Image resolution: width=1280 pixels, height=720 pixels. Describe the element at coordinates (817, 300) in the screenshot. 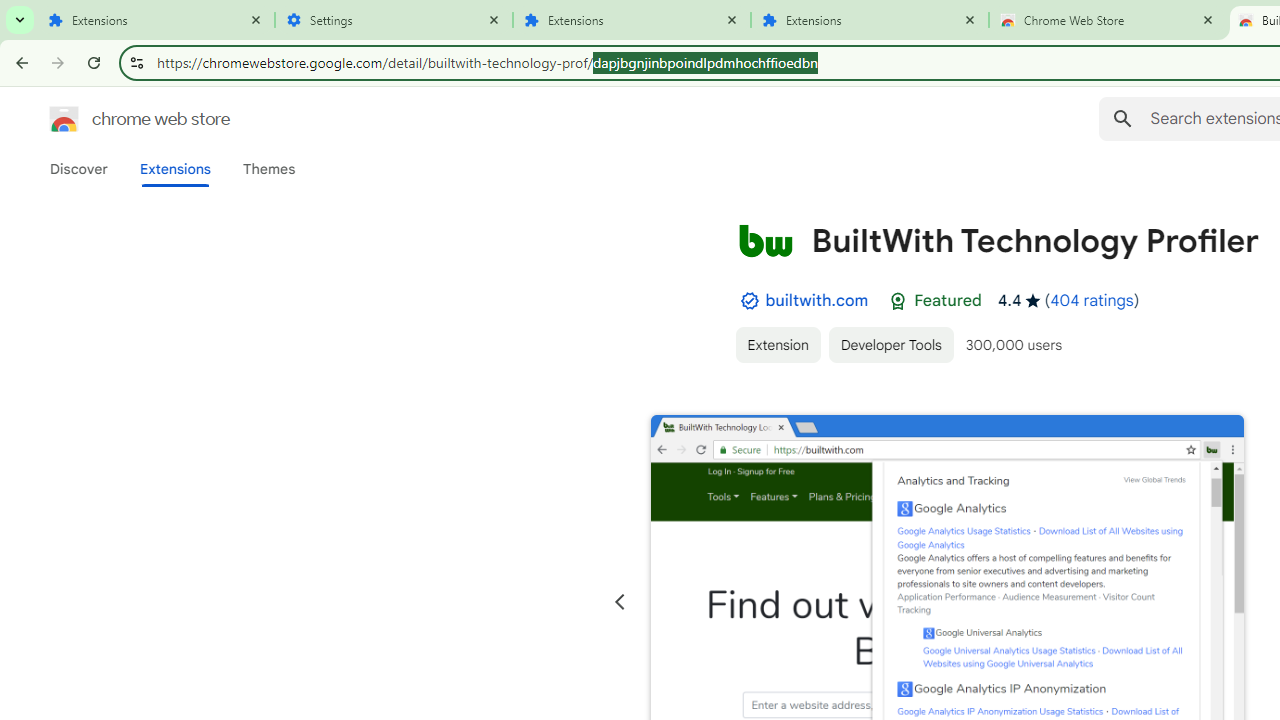

I see `'builtwith.com'` at that location.